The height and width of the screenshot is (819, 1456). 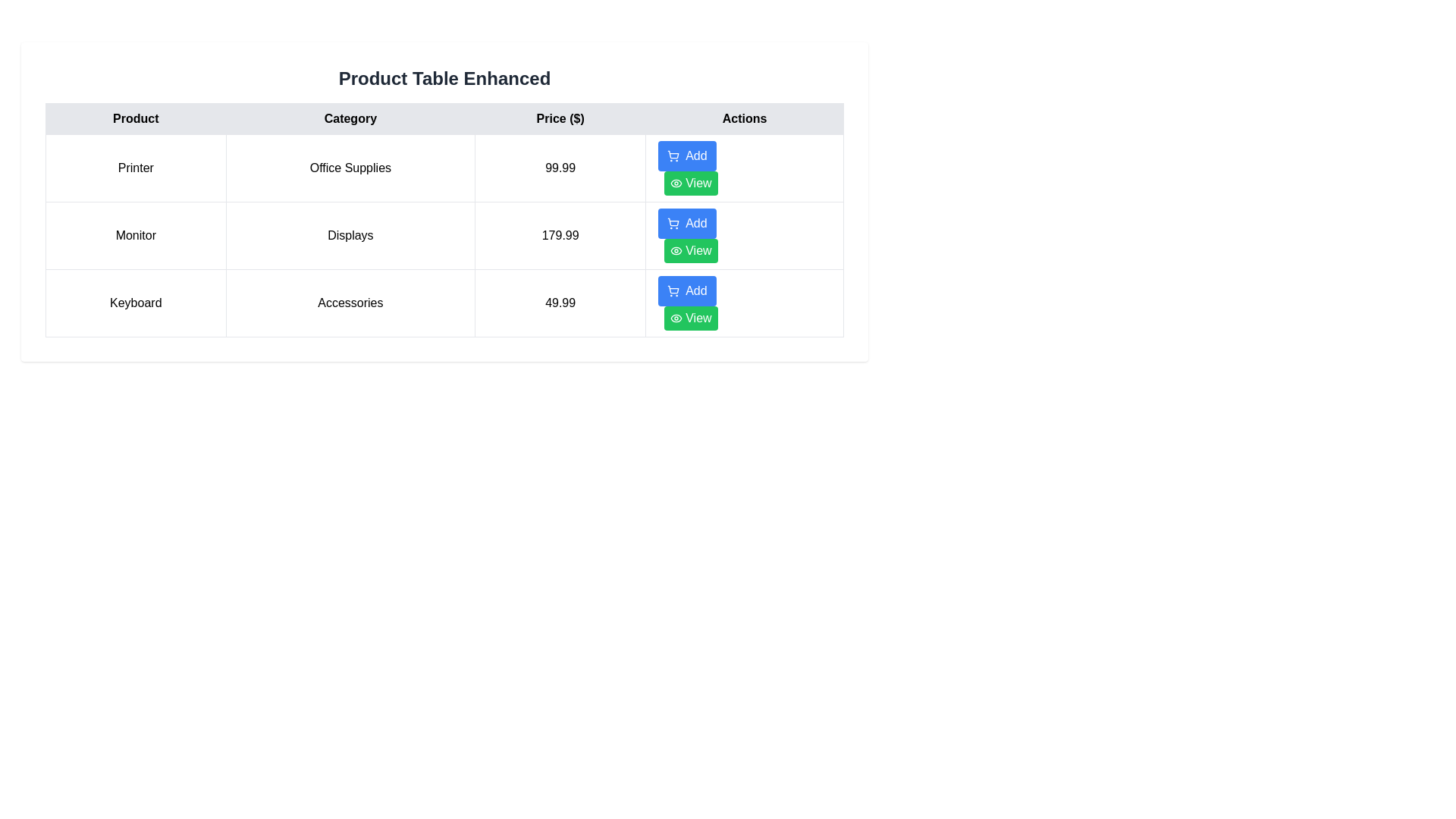 What do you see at coordinates (676, 183) in the screenshot?
I see `the green 'View' button containing an eye-shaped SVG icon in the third row of the product table` at bounding box center [676, 183].